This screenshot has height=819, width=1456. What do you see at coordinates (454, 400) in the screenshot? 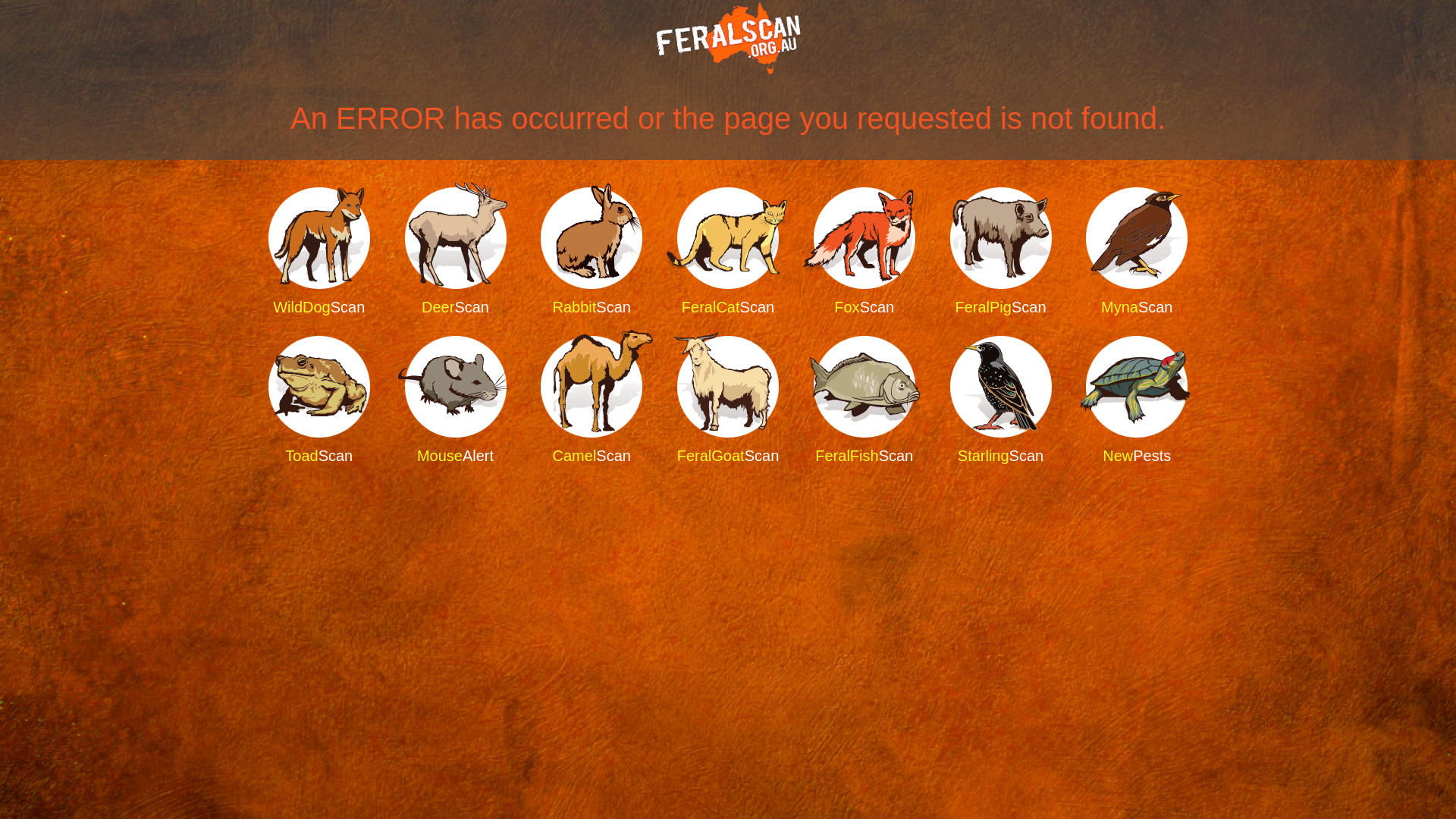
I see `'MouseAlert'` at bounding box center [454, 400].